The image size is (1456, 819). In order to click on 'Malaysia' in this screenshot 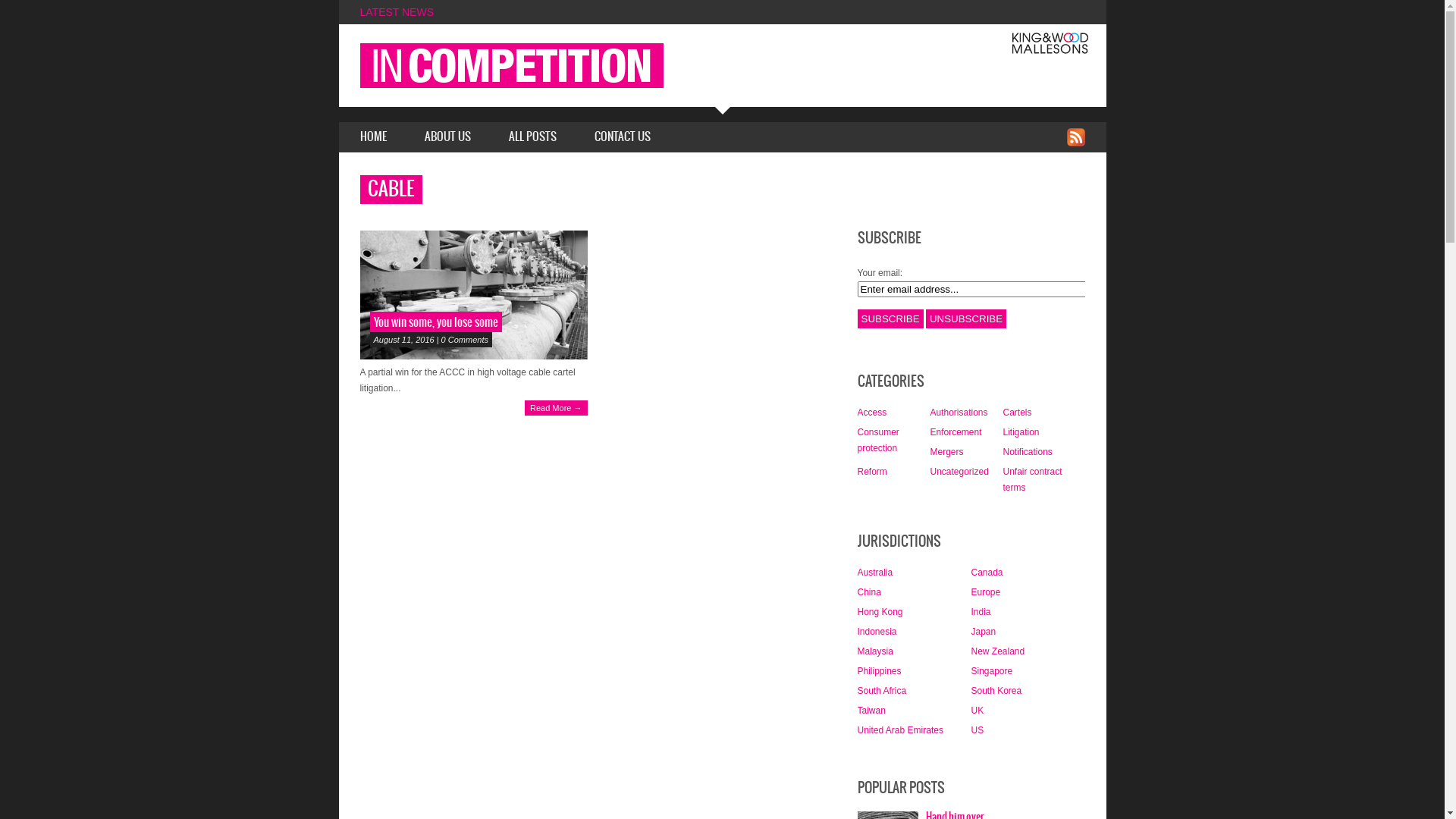, I will do `click(856, 651)`.